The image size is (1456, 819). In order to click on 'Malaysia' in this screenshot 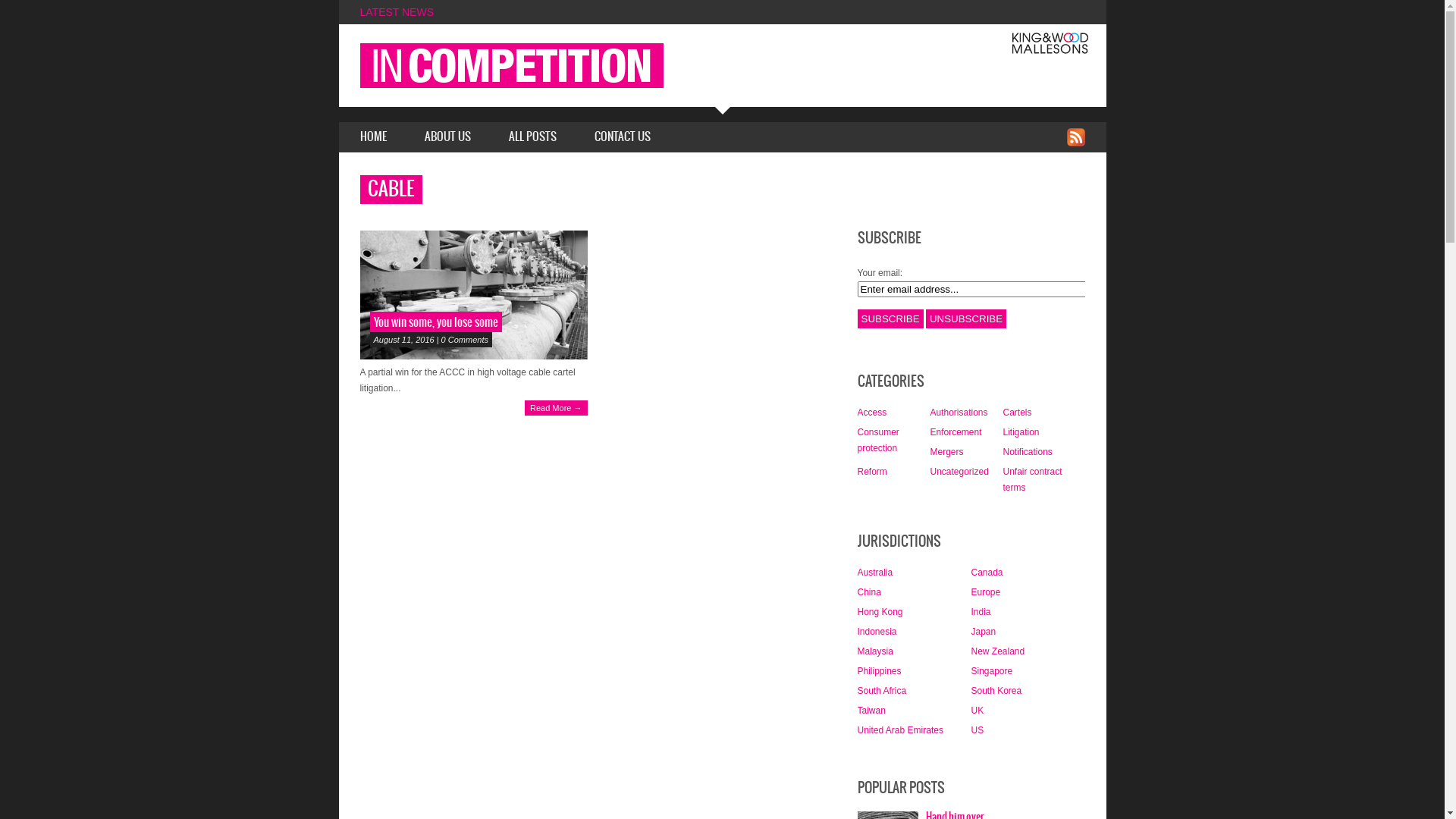, I will do `click(856, 651)`.